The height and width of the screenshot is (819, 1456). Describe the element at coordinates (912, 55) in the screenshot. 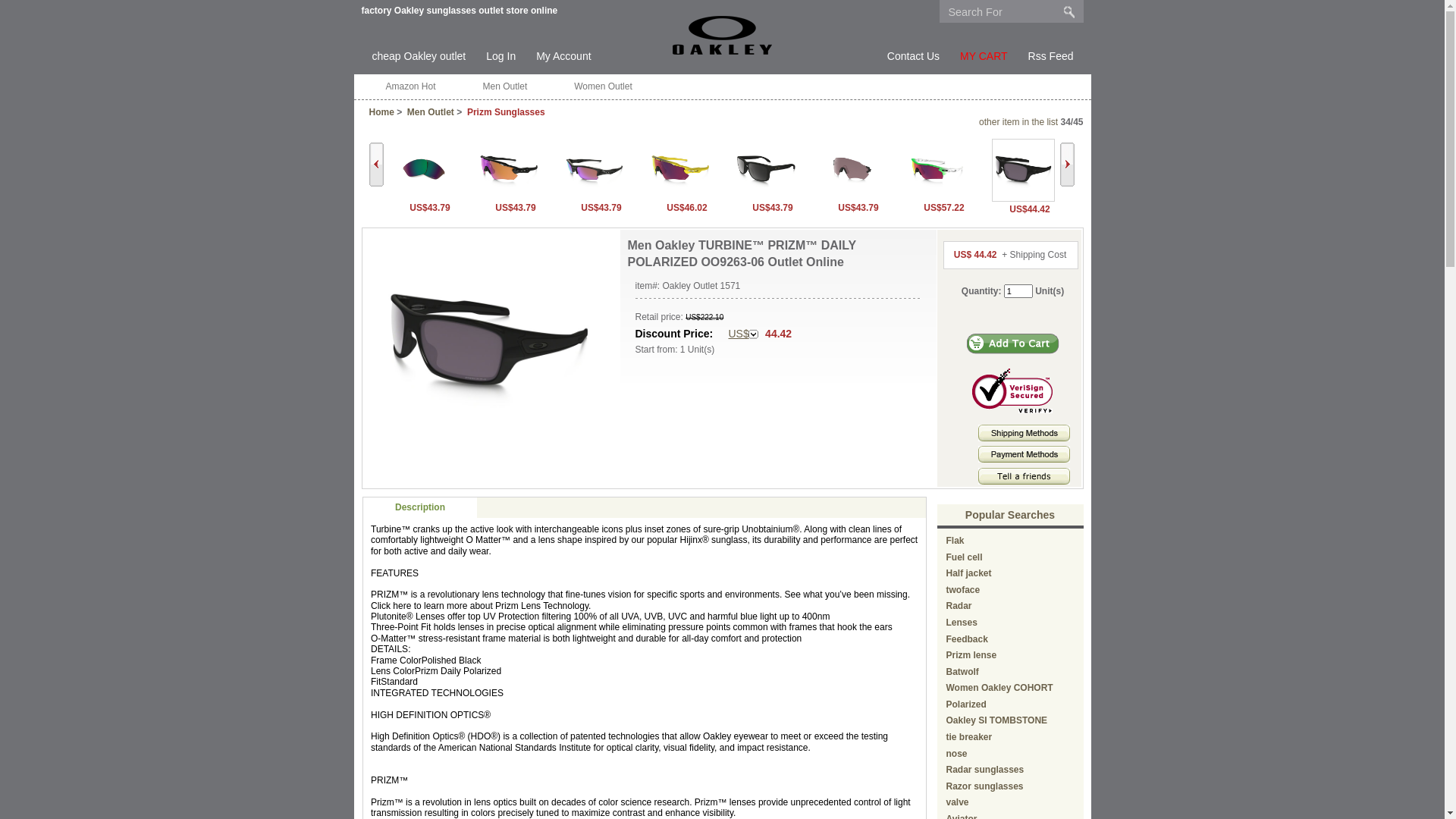

I see `'Contact Us'` at that location.